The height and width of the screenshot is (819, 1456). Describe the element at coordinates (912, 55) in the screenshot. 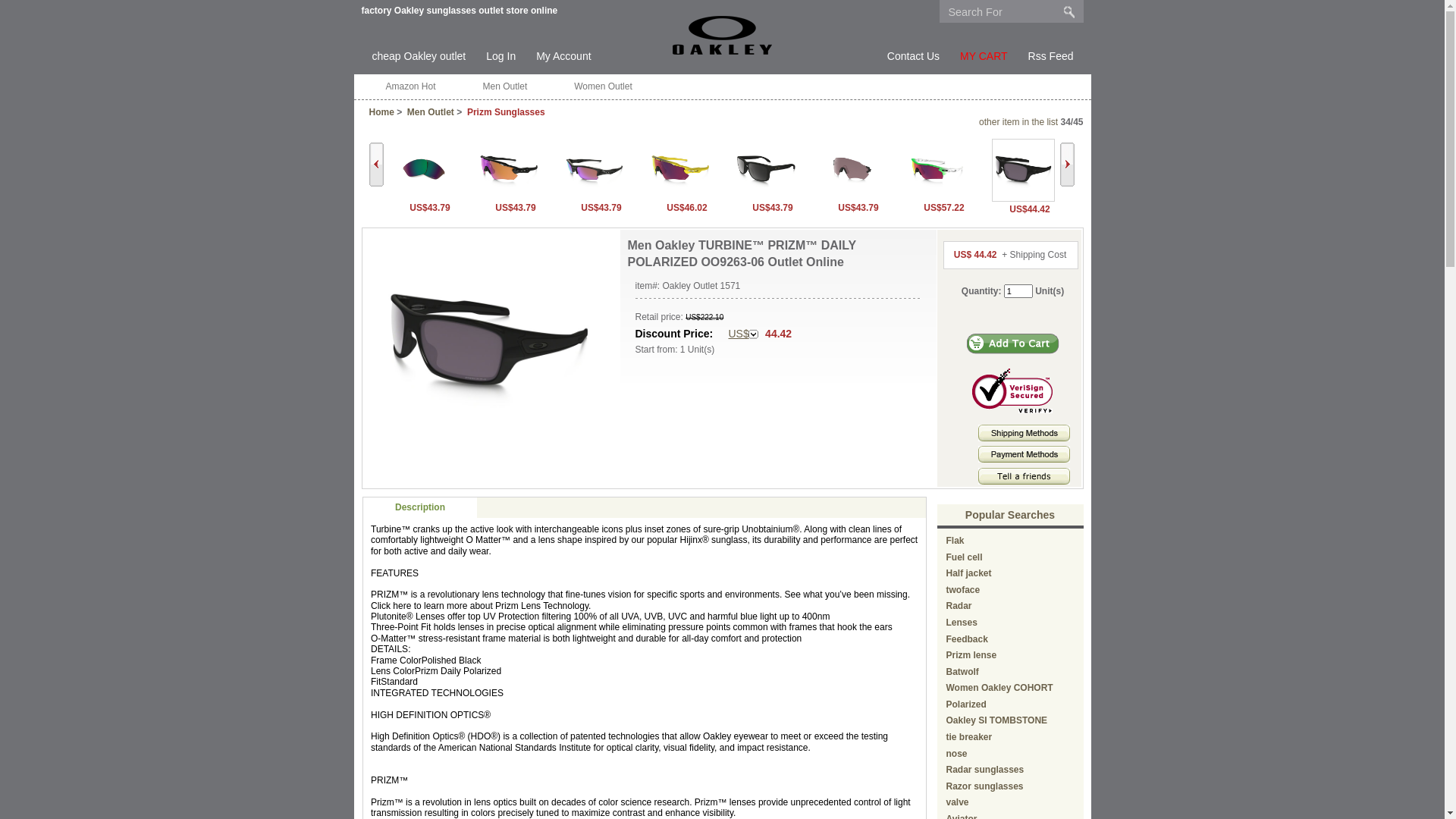

I see `'Contact Us'` at that location.